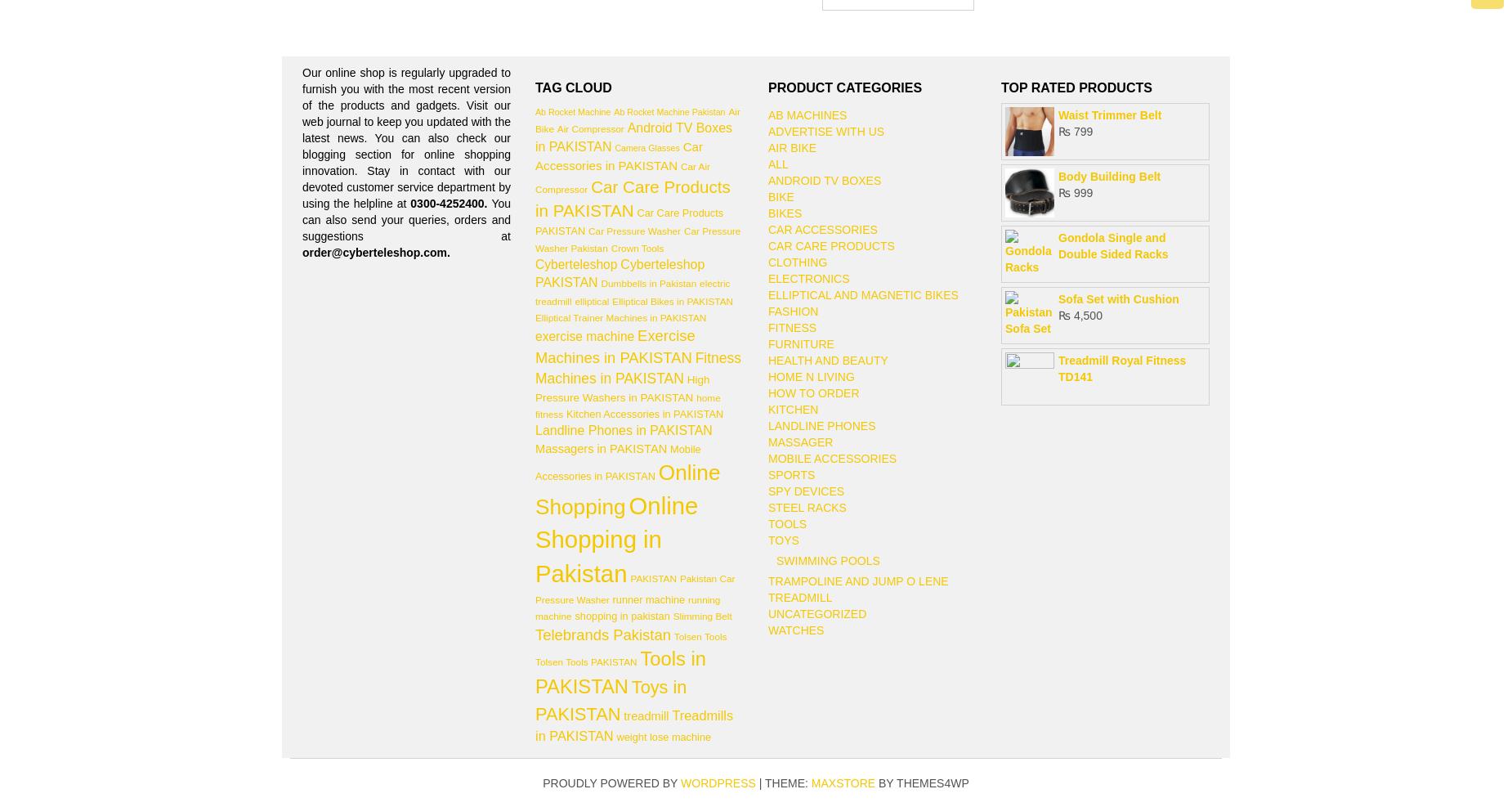 The image size is (1512, 807). What do you see at coordinates (673, 615) in the screenshot?
I see `'Slimming Belt'` at bounding box center [673, 615].